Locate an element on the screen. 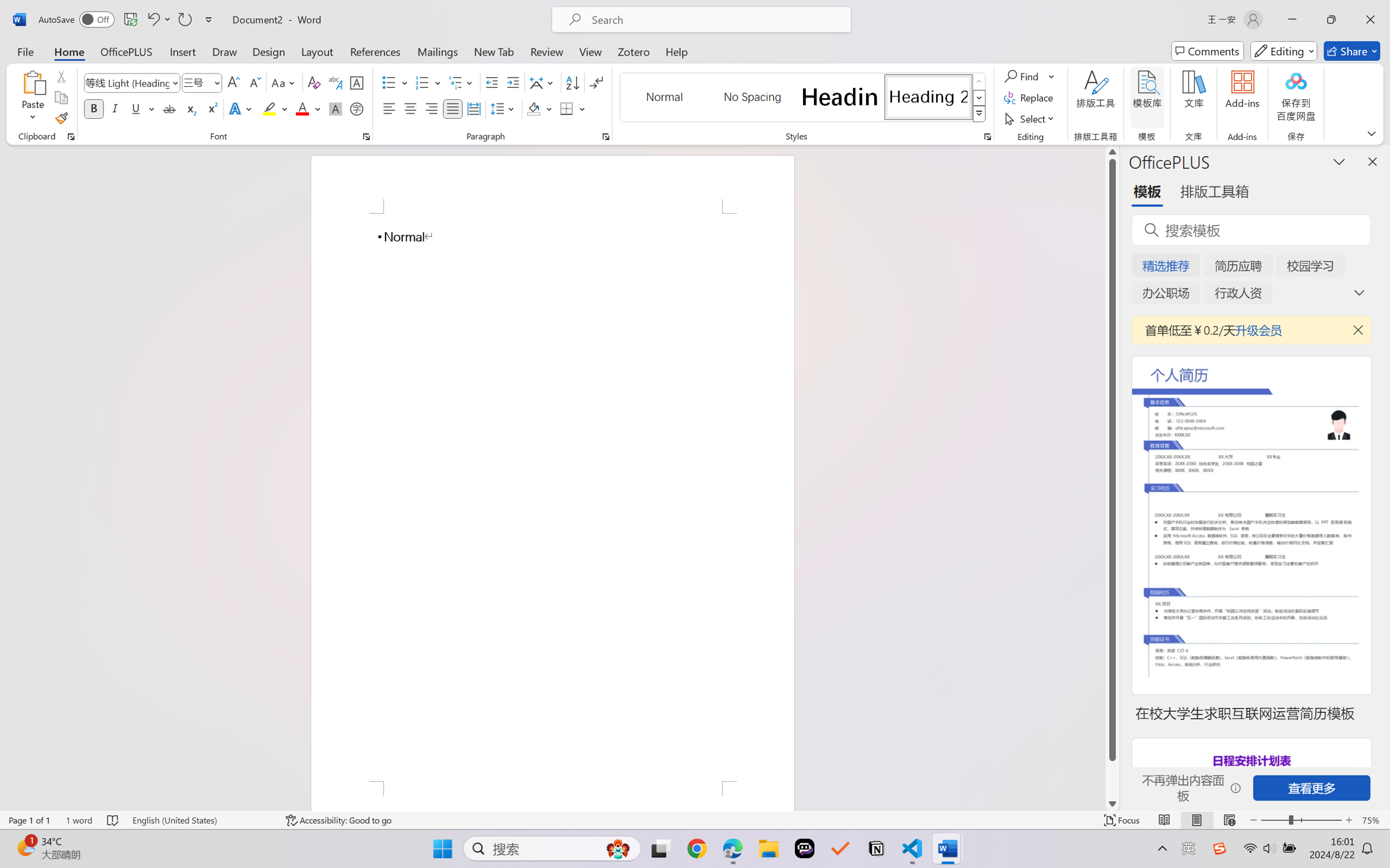  'Align Right' is located at coordinates (432, 108).